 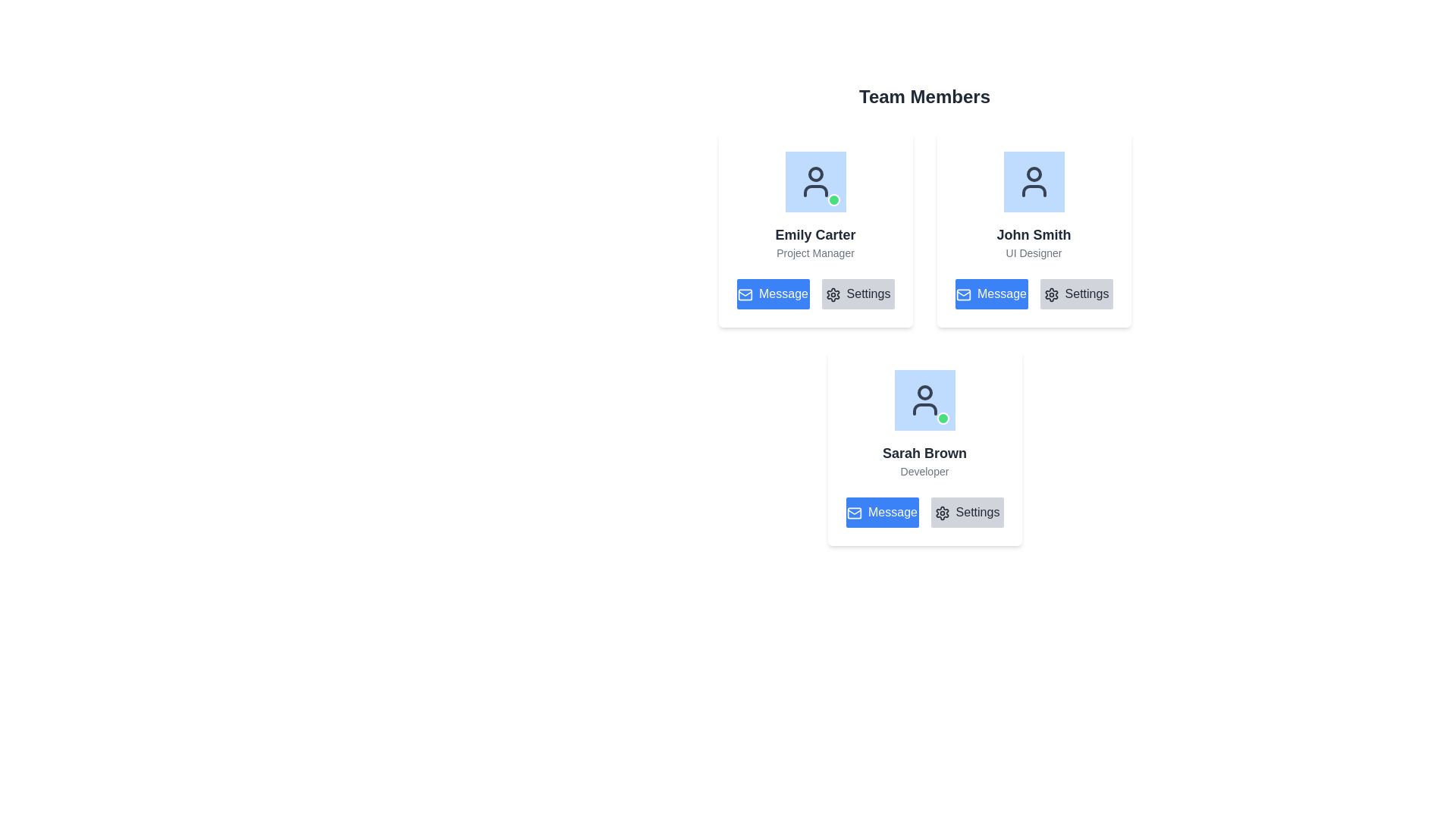 I want to click on the 'Settings' button, which is a rectangular button with a light gray background and a gear icon, placed below the 'Sarah Brown' profile block and to the right of the 'Message' button, so click(x=966, y=512).